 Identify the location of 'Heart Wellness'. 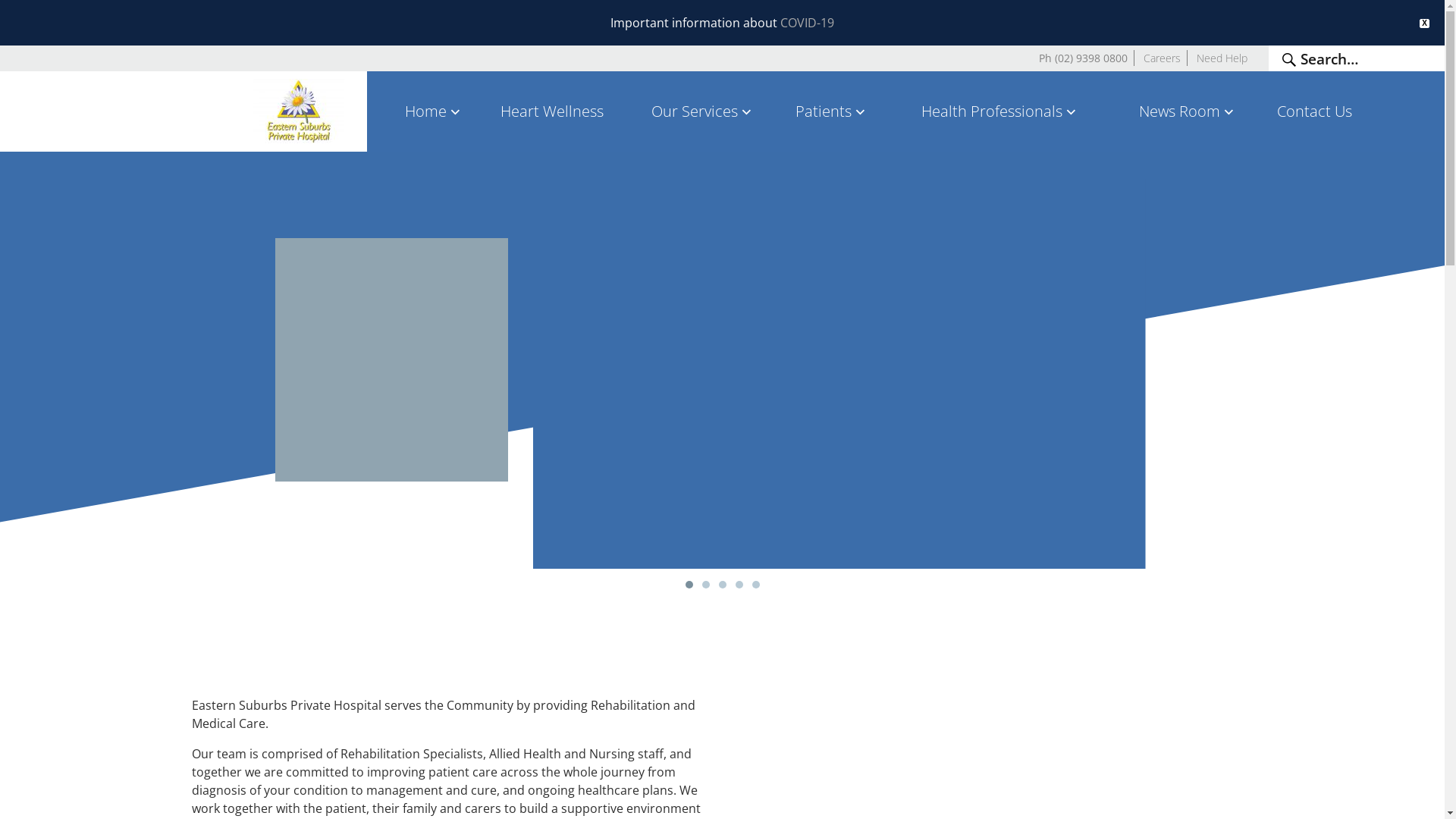
(551, 110).